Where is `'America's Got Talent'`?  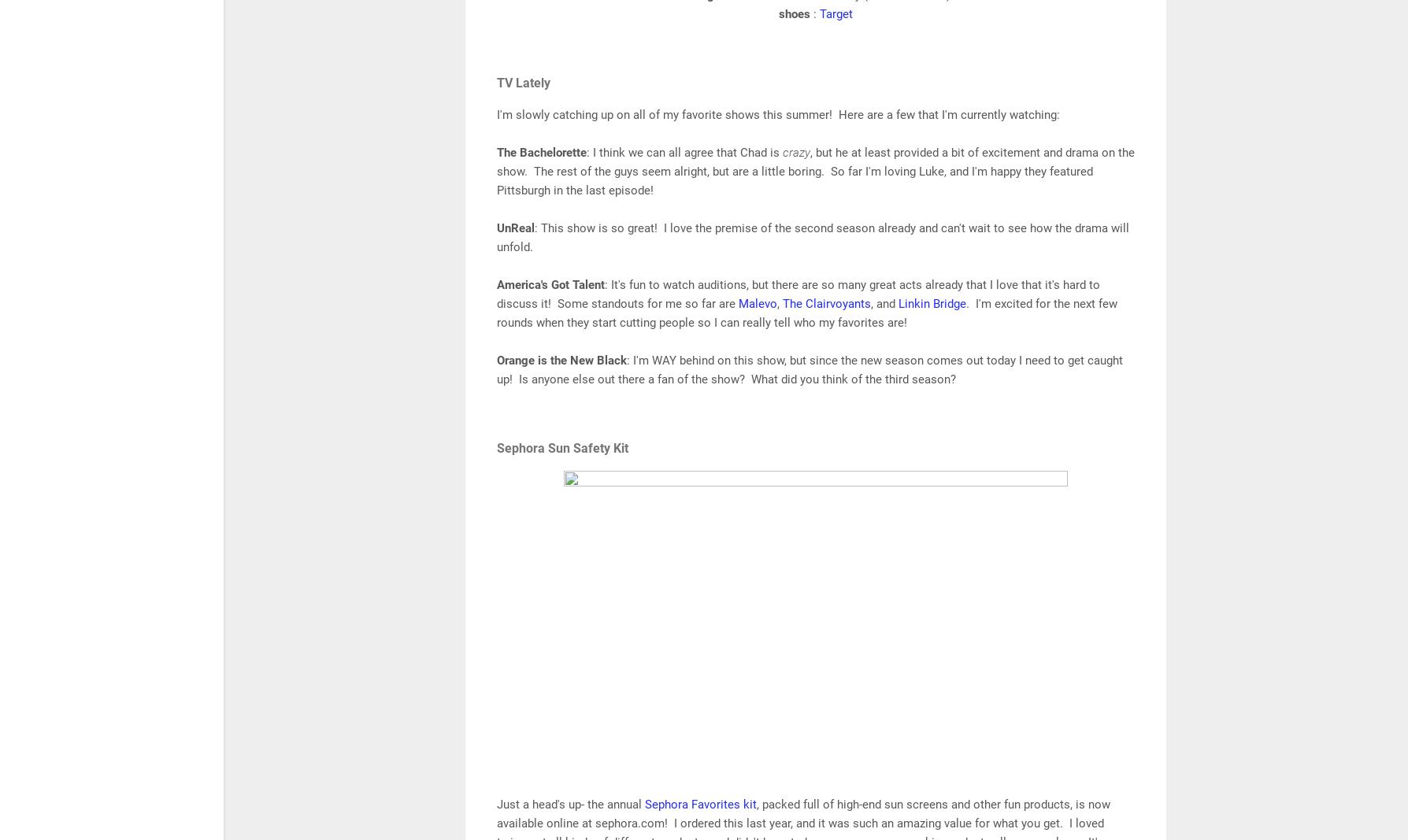
'America's Got Talent' is located at coordinates (496, 284).